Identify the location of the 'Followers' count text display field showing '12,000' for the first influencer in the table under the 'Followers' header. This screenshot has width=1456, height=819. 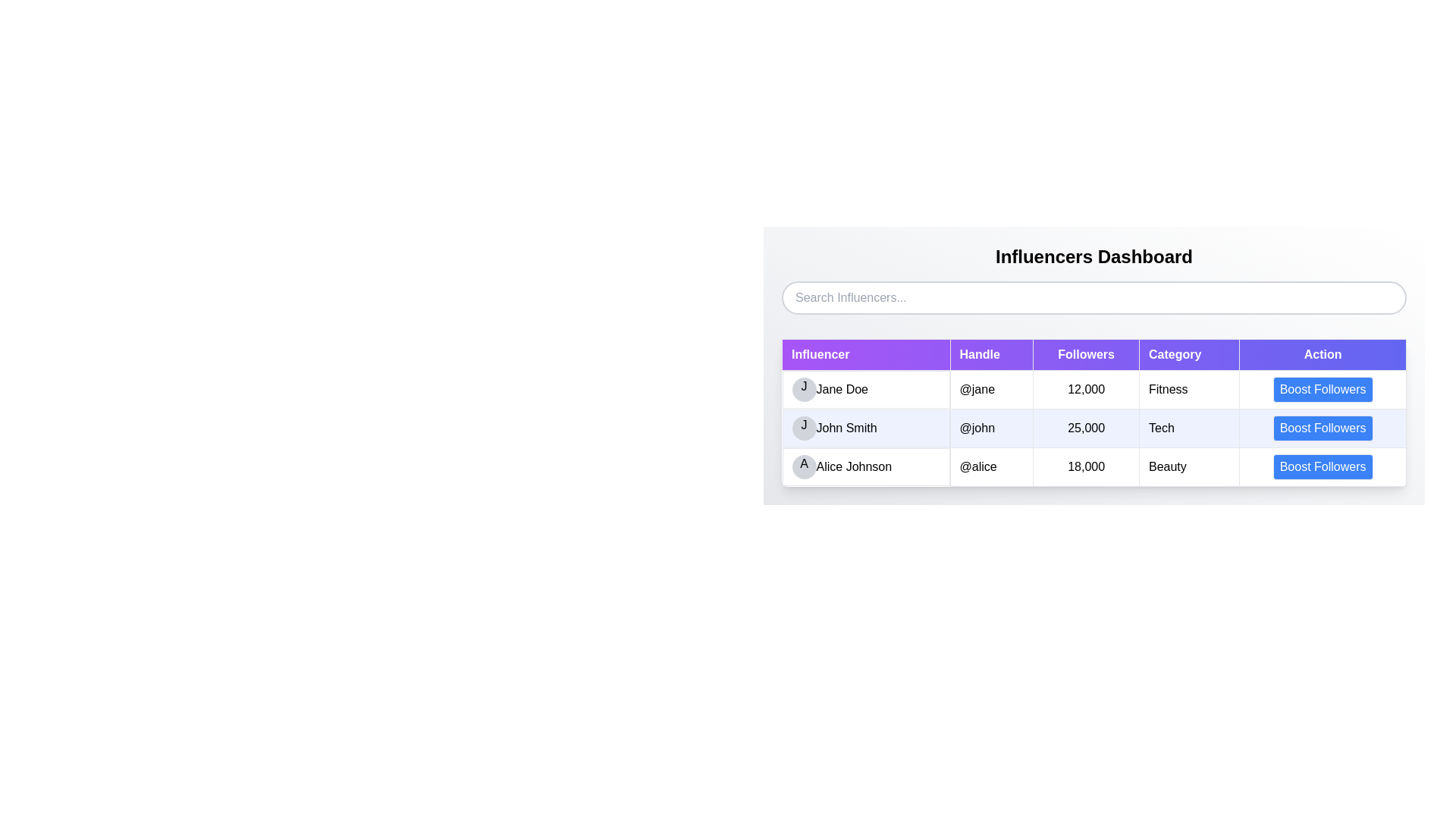
(1094, 383).